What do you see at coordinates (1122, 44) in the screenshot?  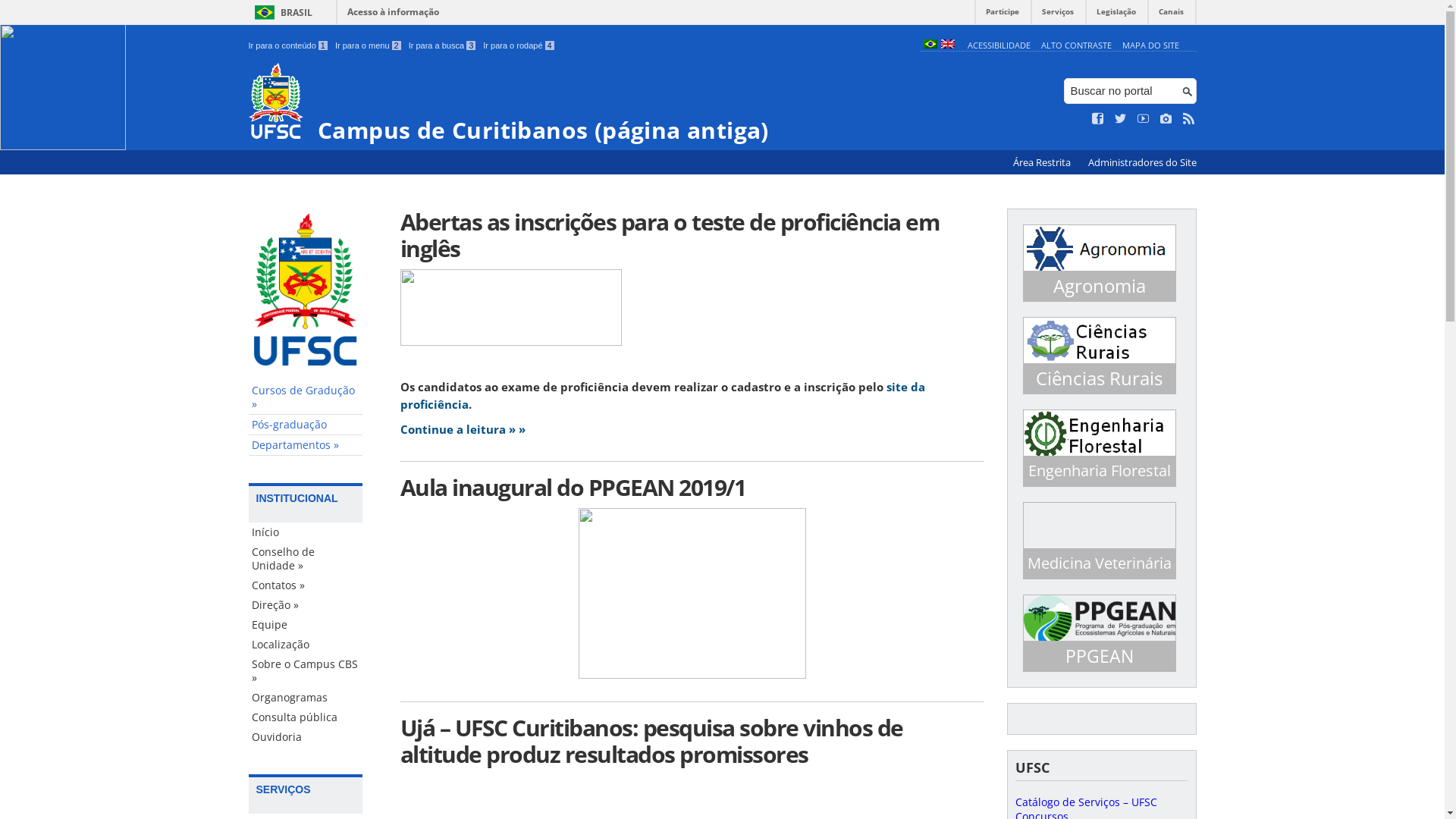 I see `'MAPA DO SITE'` at bounding box center [1122, 44].